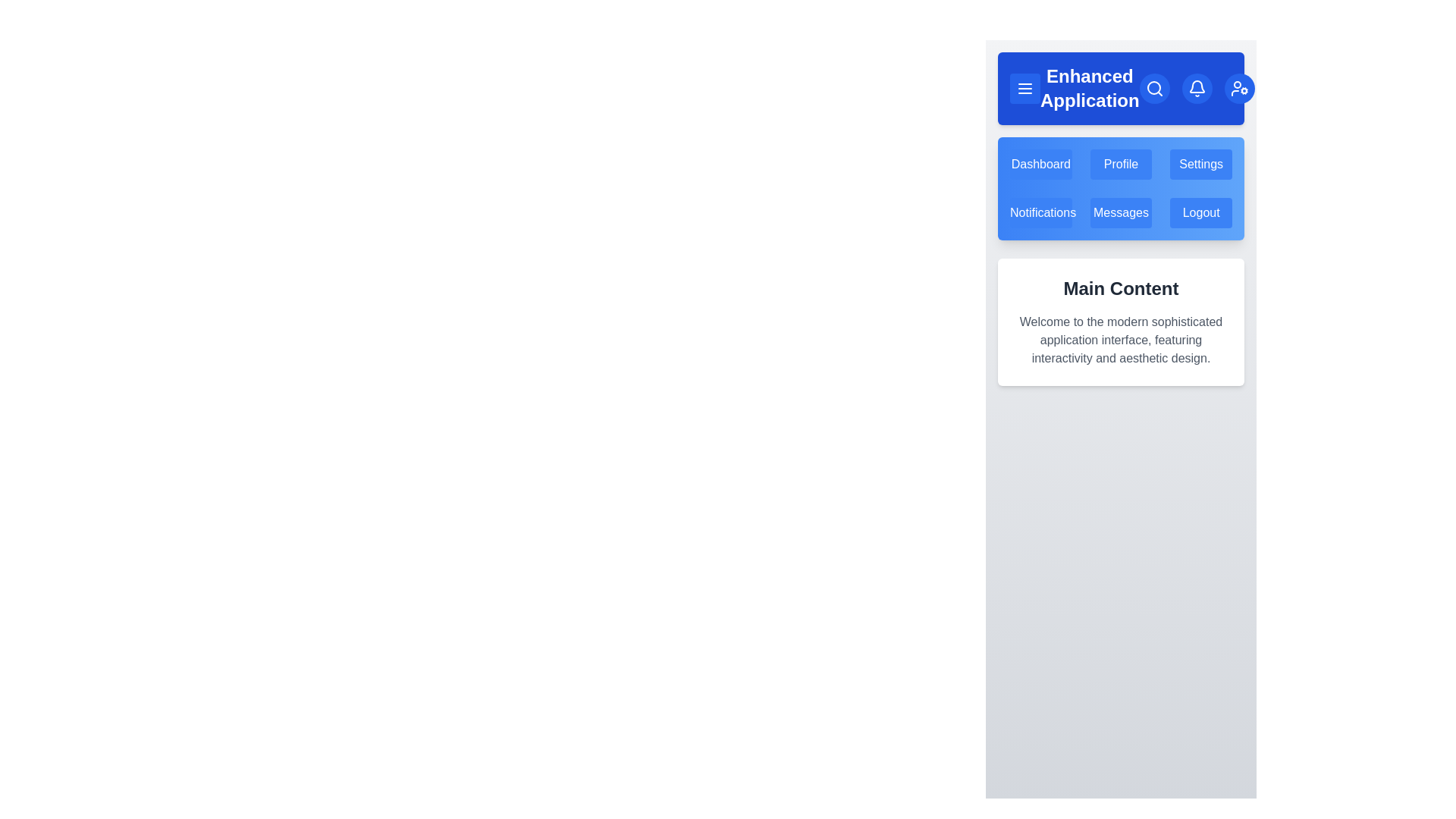 The width and height of the screenshot is (1456, 819). Describe the element at coordinates (1121, 213) in the screenshot. I see `the menu item Messages` at that location.